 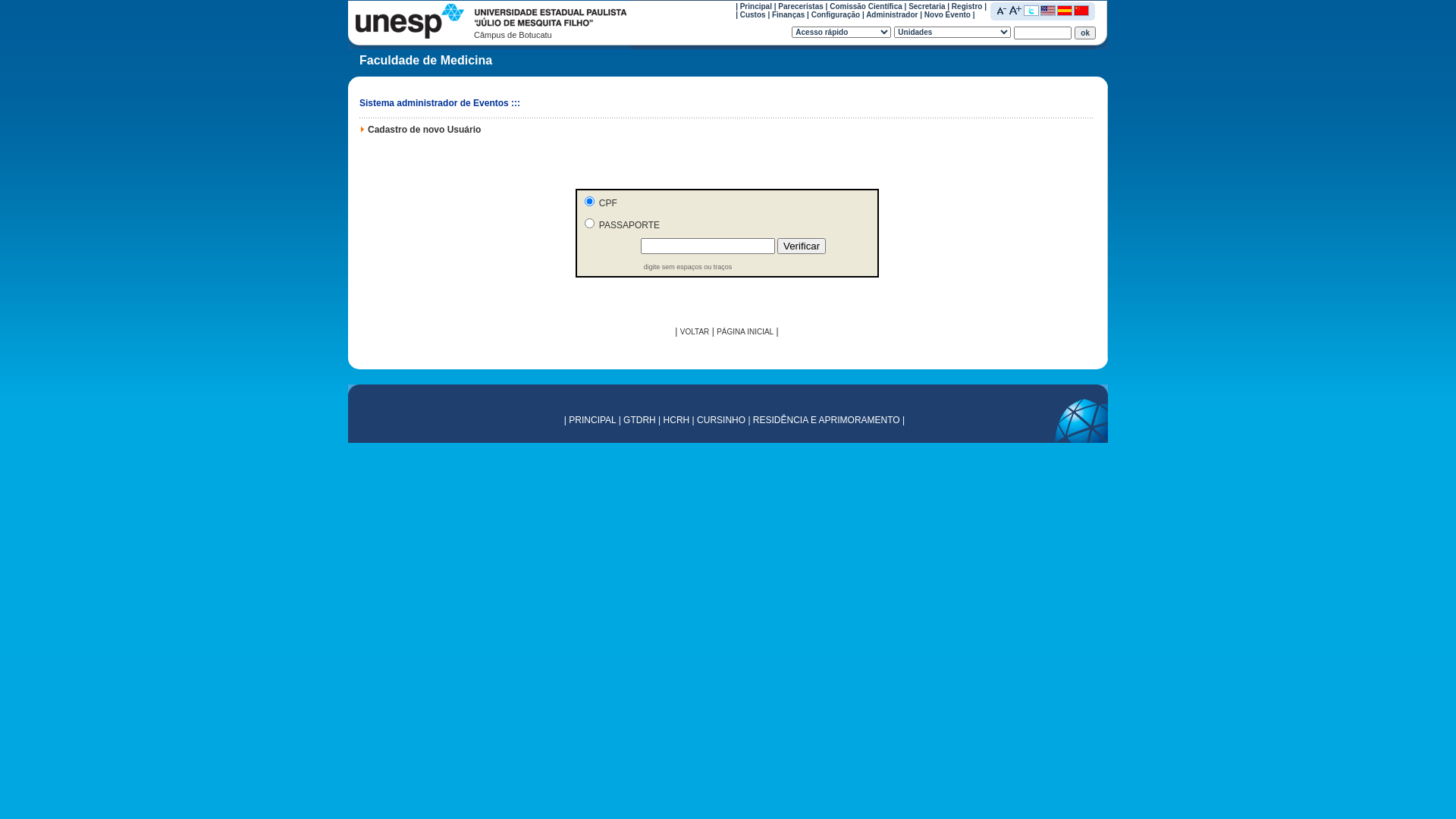 What do you see at coordinates (694, 331) in the screenshot?
I see `'VOLTAR'` at bounding box center [694, 331].